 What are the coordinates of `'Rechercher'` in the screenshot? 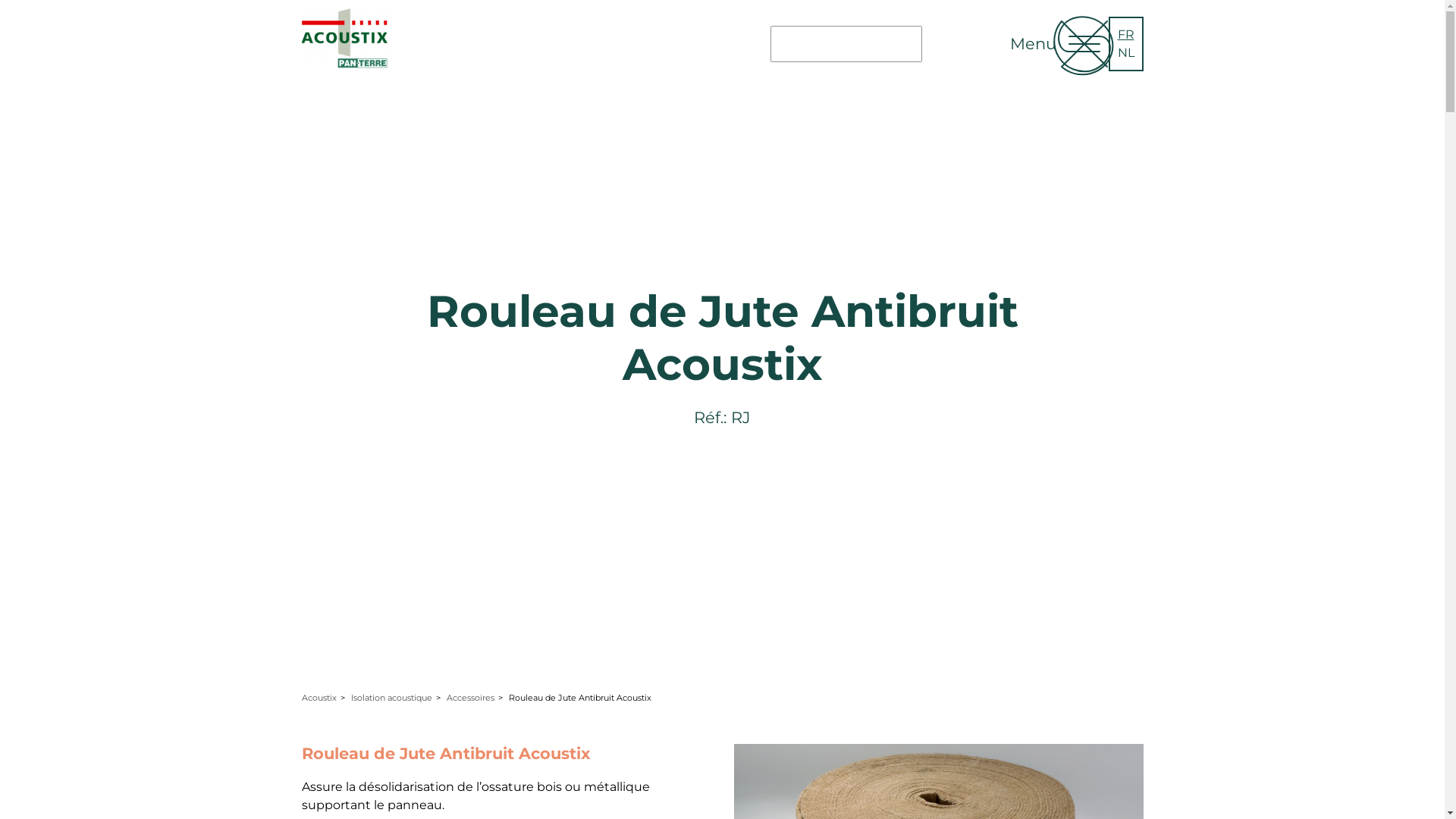 It's located at (946, 55).